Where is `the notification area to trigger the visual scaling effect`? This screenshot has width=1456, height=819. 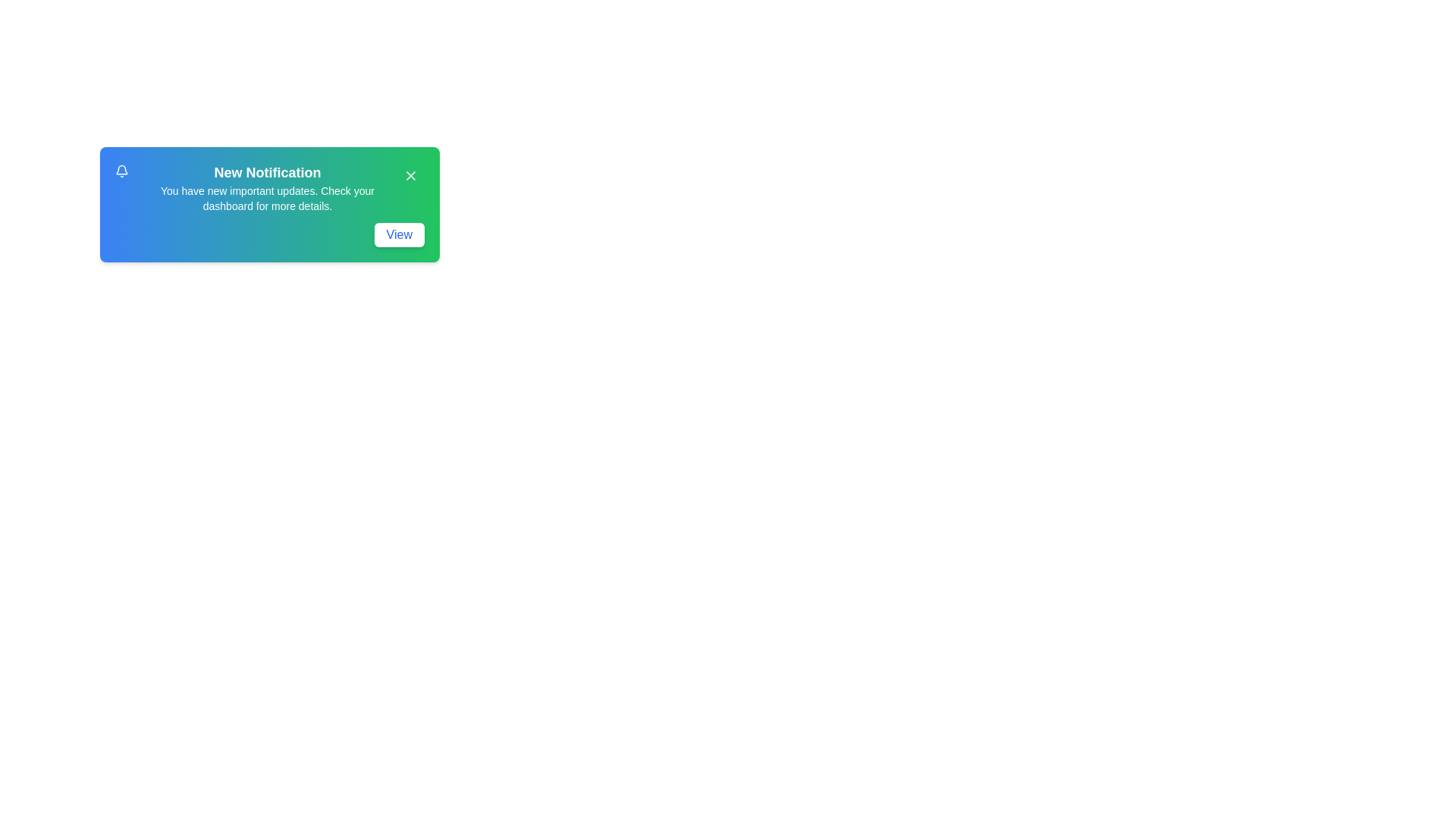
the notification area to trigger the visual scaling effect is located at coordinates (269, 205).